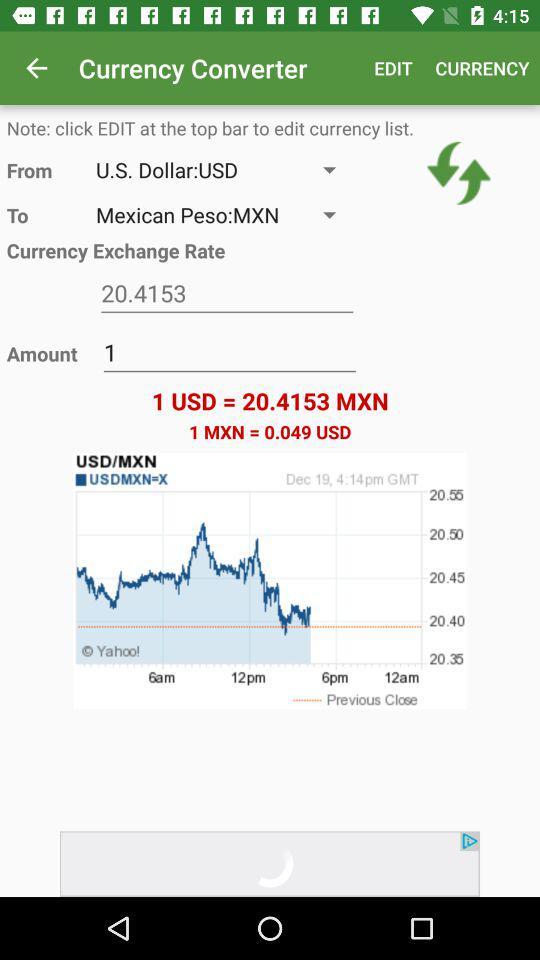  What do you see at coordinates (459, 172) in the screenshot?
I see `the item below the edit icon` at bounding box center [459, 172].